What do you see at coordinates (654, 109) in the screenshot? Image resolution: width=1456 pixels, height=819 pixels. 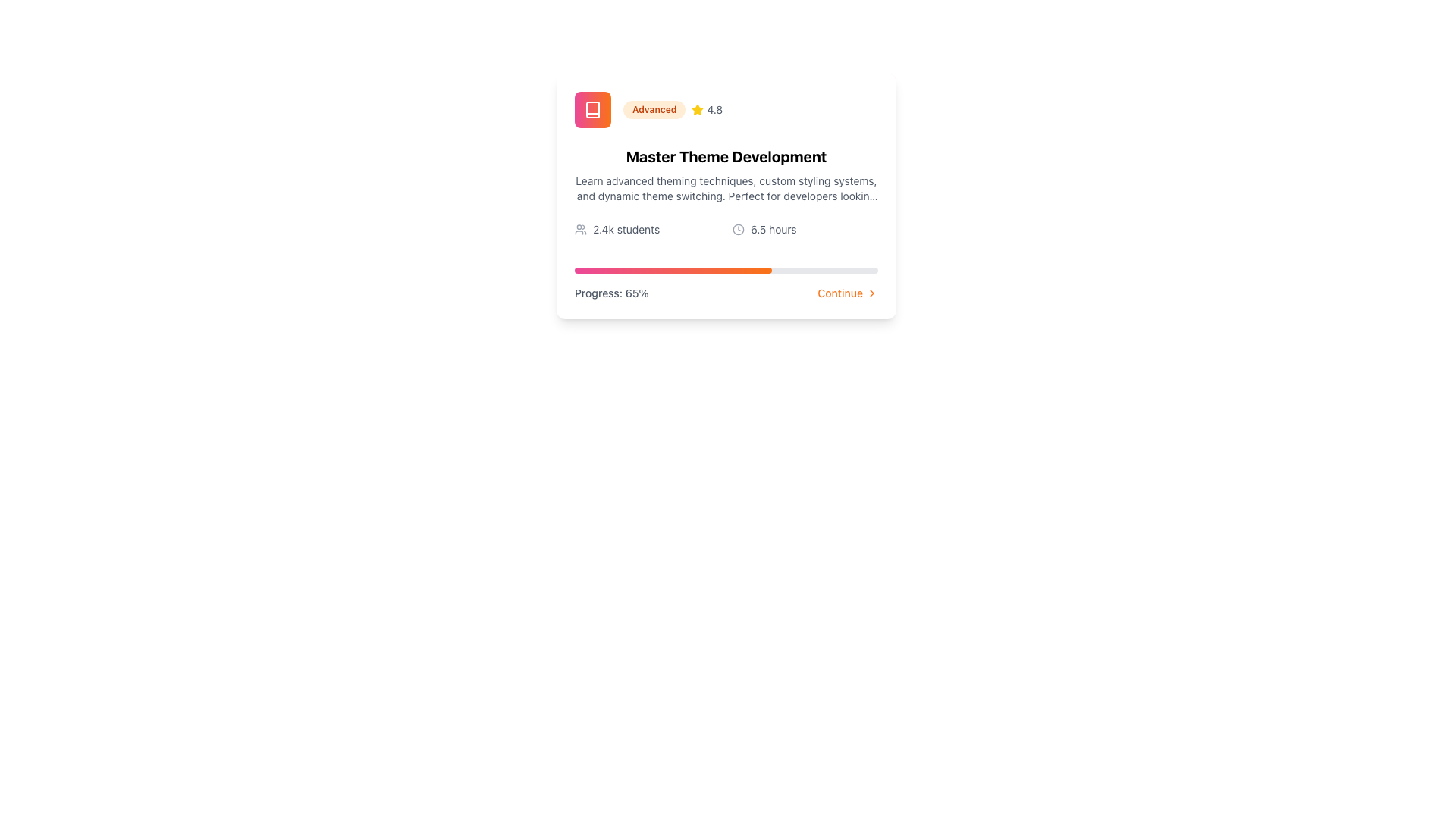 I see `the 'Advanced' proficiency label located at the top-left of the section, adjacent to a star icon and a numerical rating` at bounding box center [654, 109].